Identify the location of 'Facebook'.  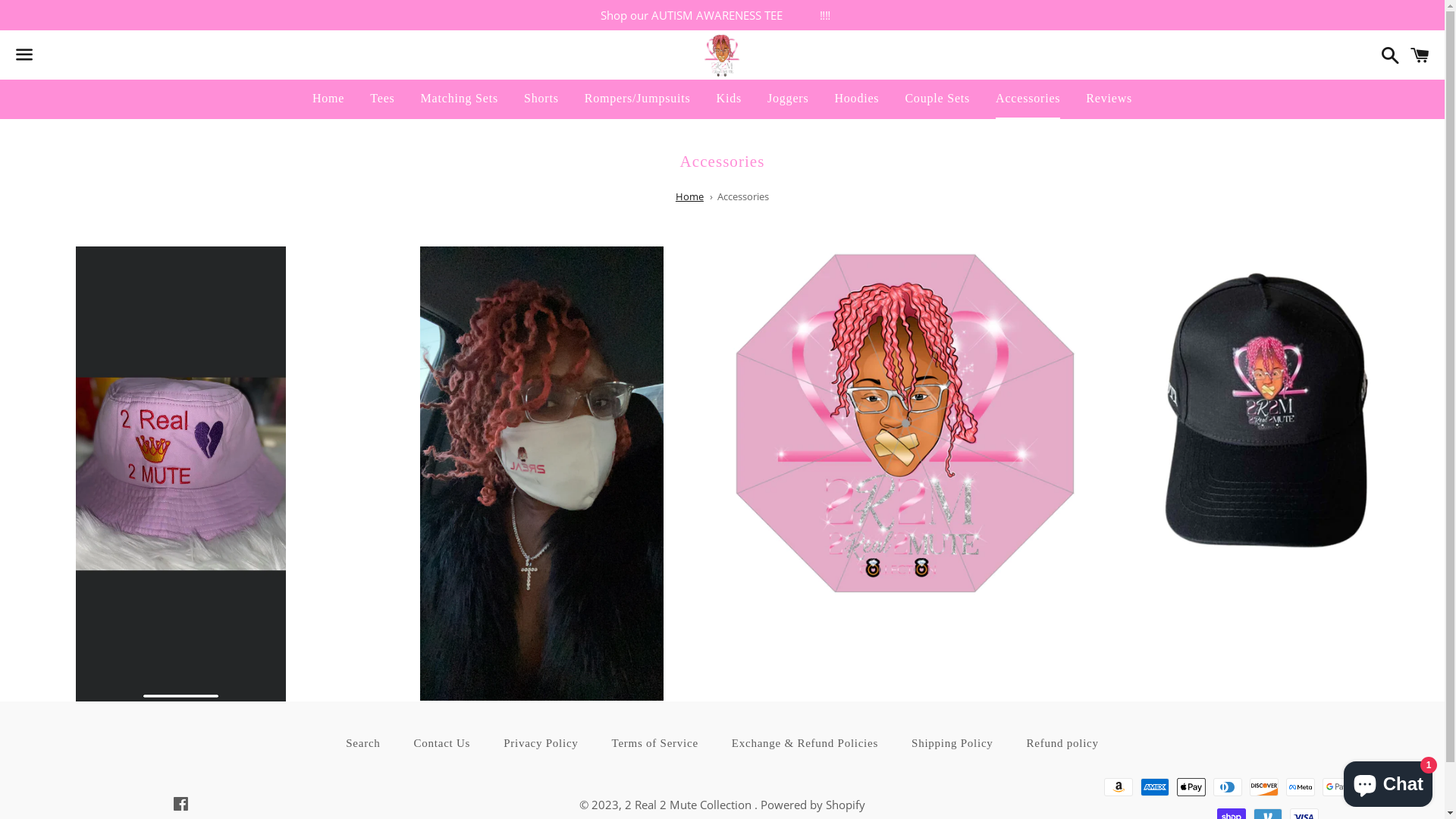
(180, 804).